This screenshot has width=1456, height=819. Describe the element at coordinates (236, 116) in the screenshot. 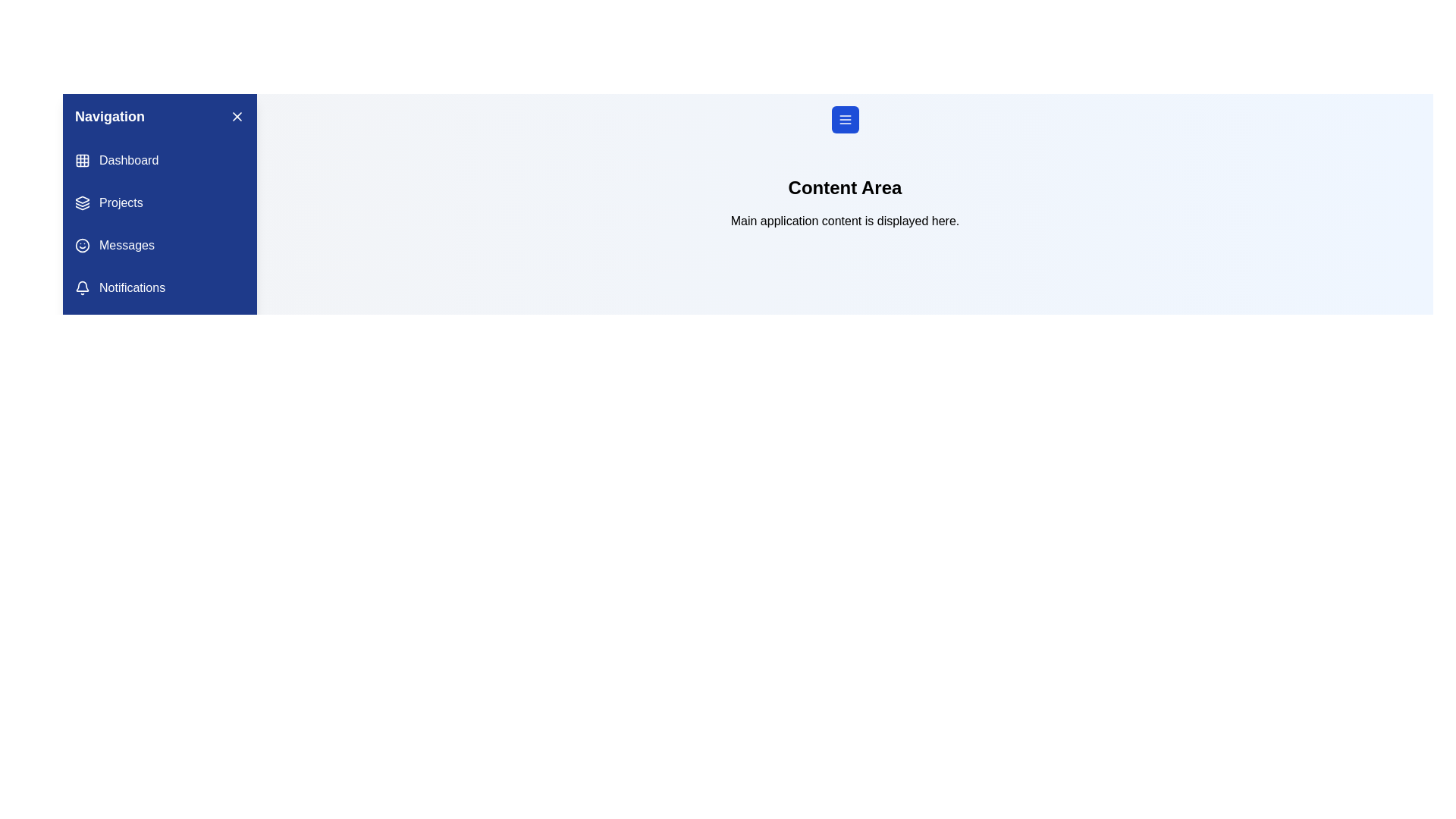

I see `the 'X' button in the drawer header to toggle its visibility` at that location.